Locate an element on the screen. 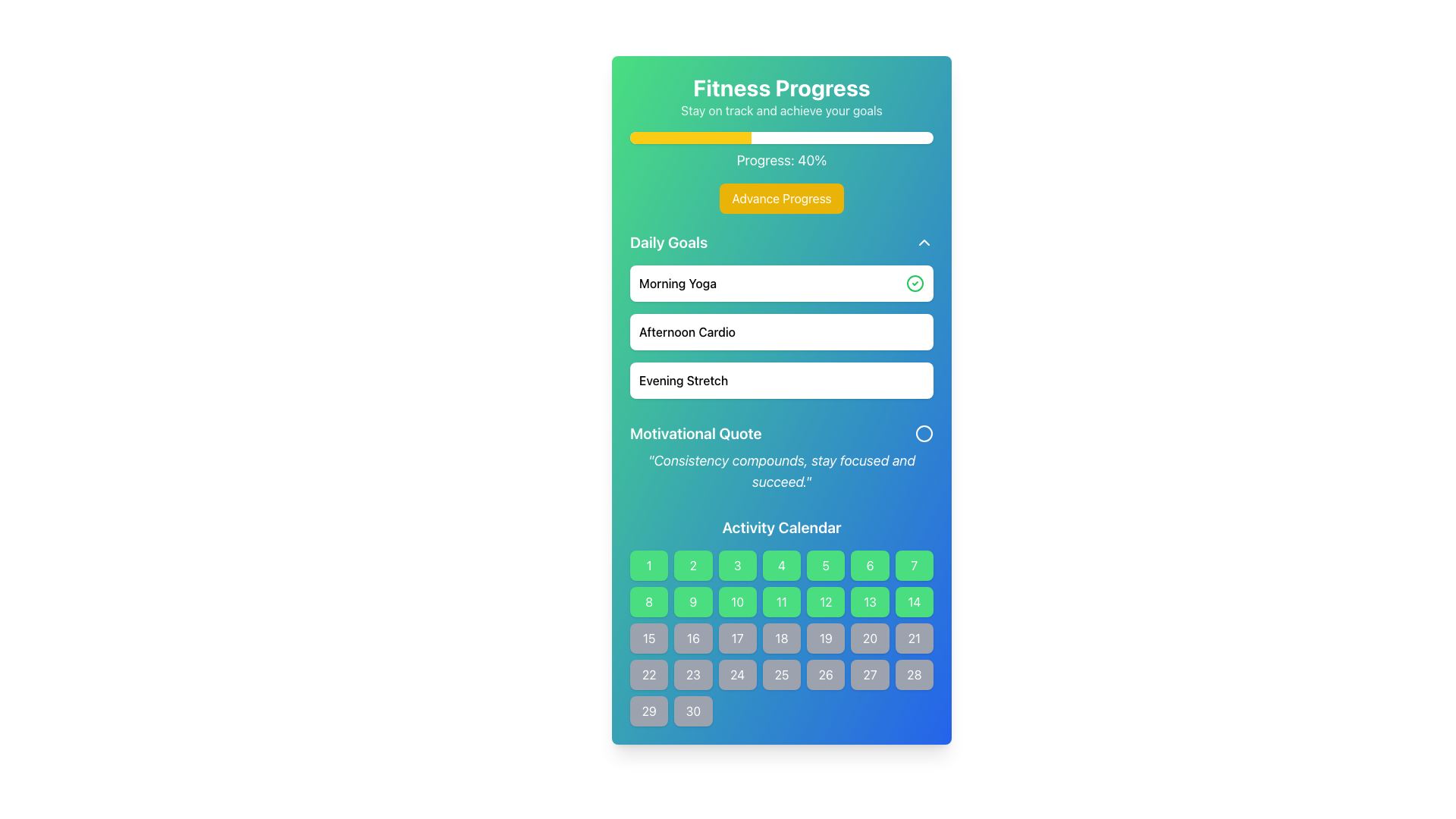 The image size is (1456, 819). the square button with a gray background and the number '18' centered in white text in the Activity Calendar section for rescheduling events is located at coordinates (782, 638).